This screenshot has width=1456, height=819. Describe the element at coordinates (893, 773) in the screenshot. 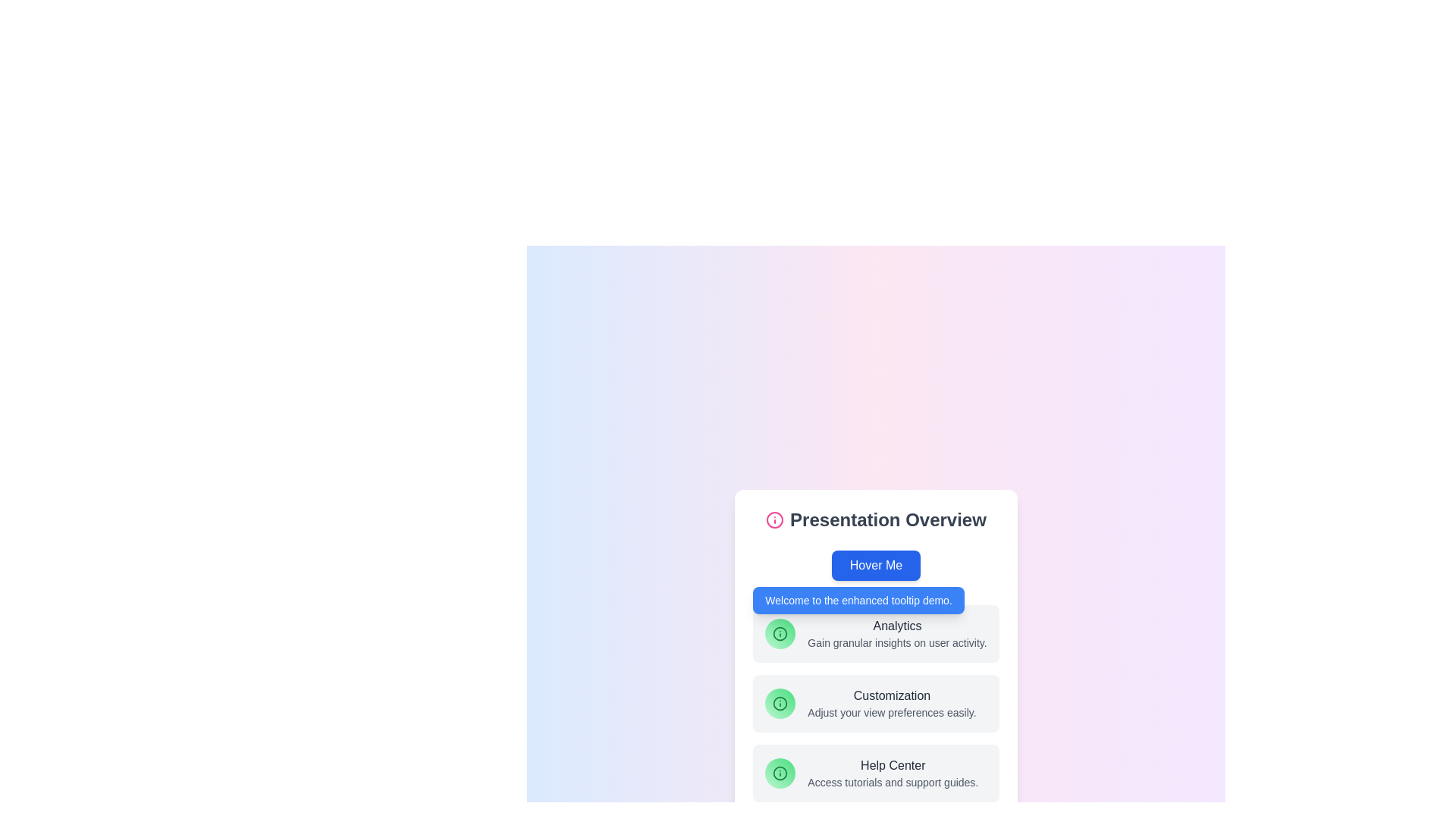

I see `the subtitle 'Access tutorials and support guides' of the Informational card titled 'Help Center' which is center-aligned within a light gray rectangular card` at that location.